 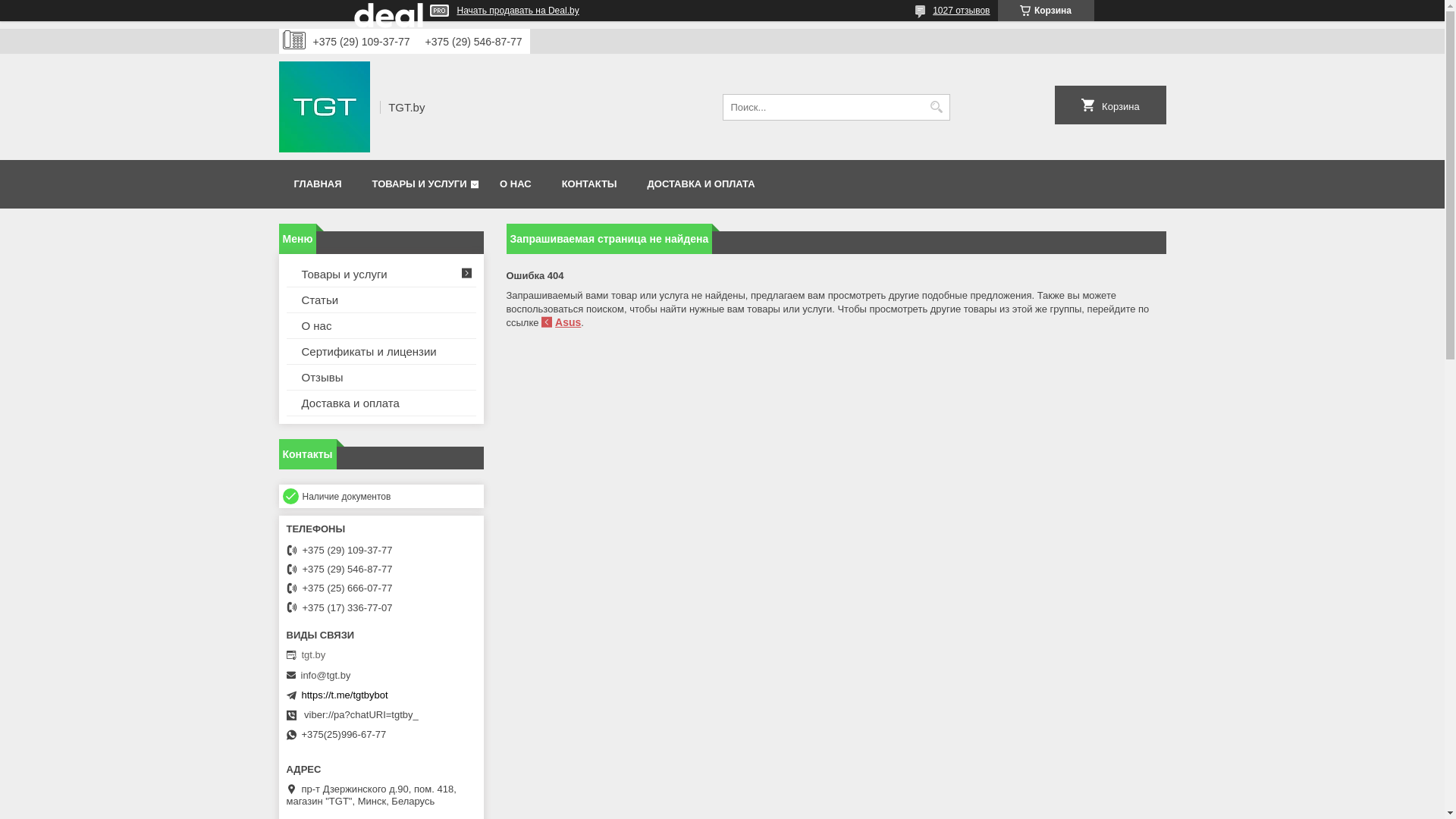 What do you see at coordinates (344, 695) in the screenshot?
I see `'https://t.me/tgtbybot'` at bounding box center [344, 695].